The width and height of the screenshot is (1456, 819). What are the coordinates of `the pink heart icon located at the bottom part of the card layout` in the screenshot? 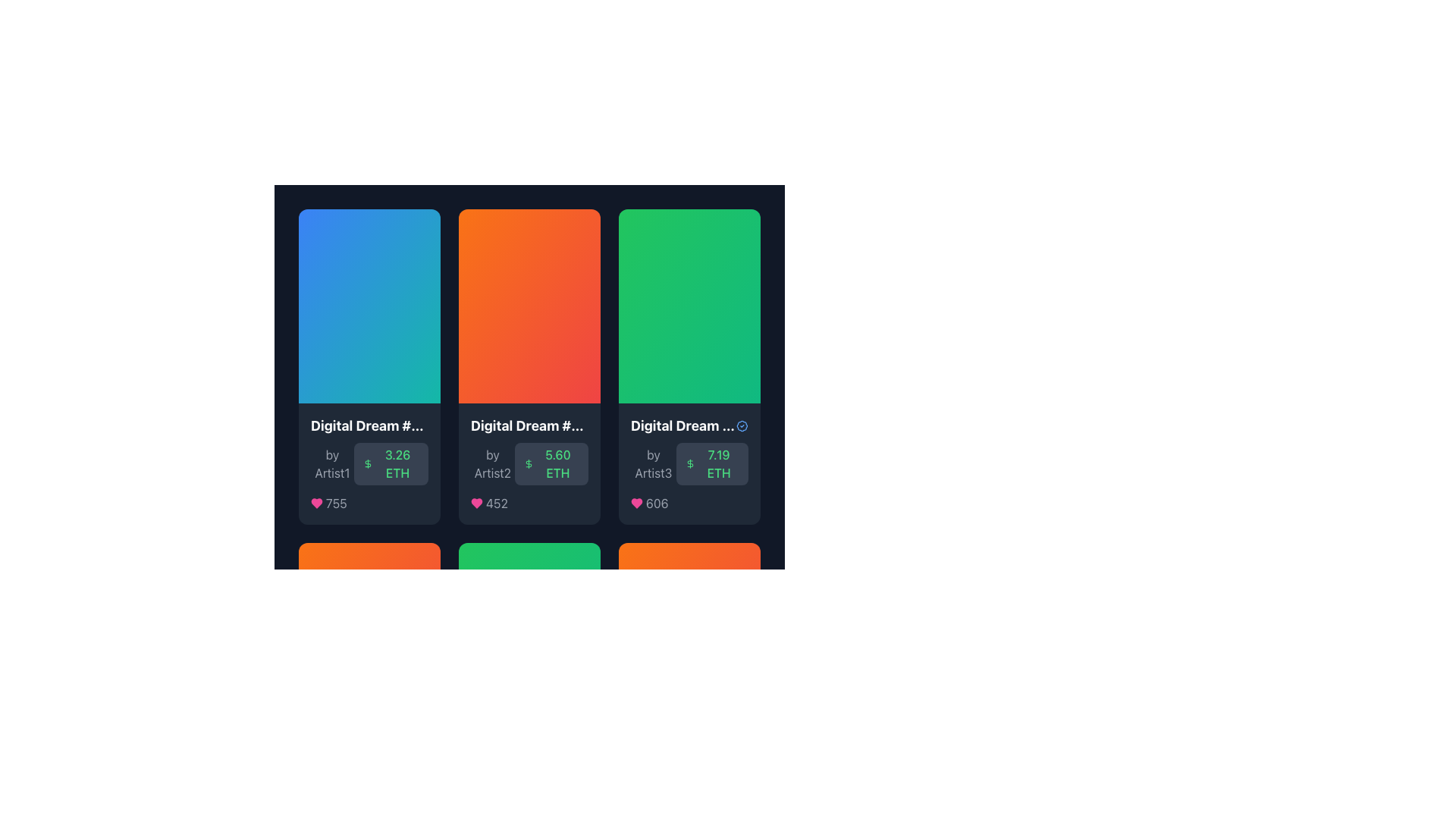 It's located at (637, 503).